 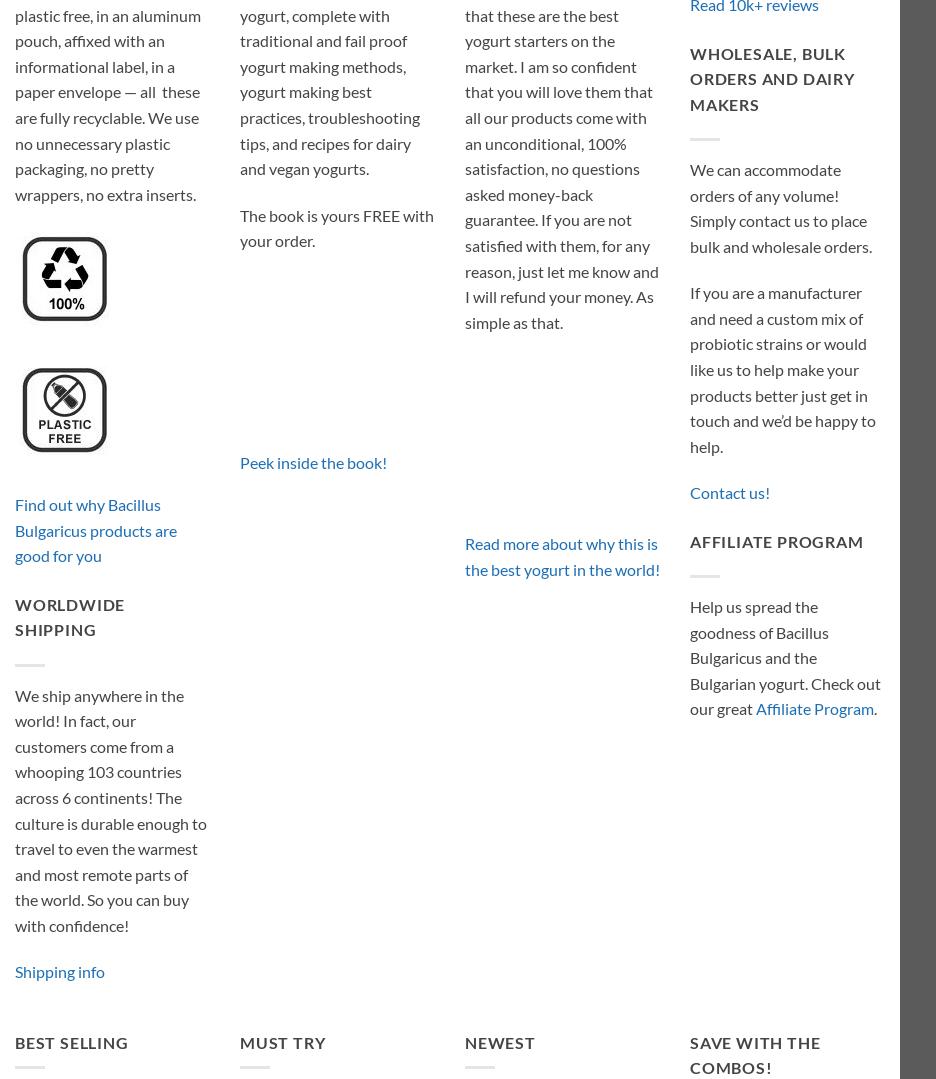 I want to click on 'Peek inside the book!', so click(x=312, y=460).